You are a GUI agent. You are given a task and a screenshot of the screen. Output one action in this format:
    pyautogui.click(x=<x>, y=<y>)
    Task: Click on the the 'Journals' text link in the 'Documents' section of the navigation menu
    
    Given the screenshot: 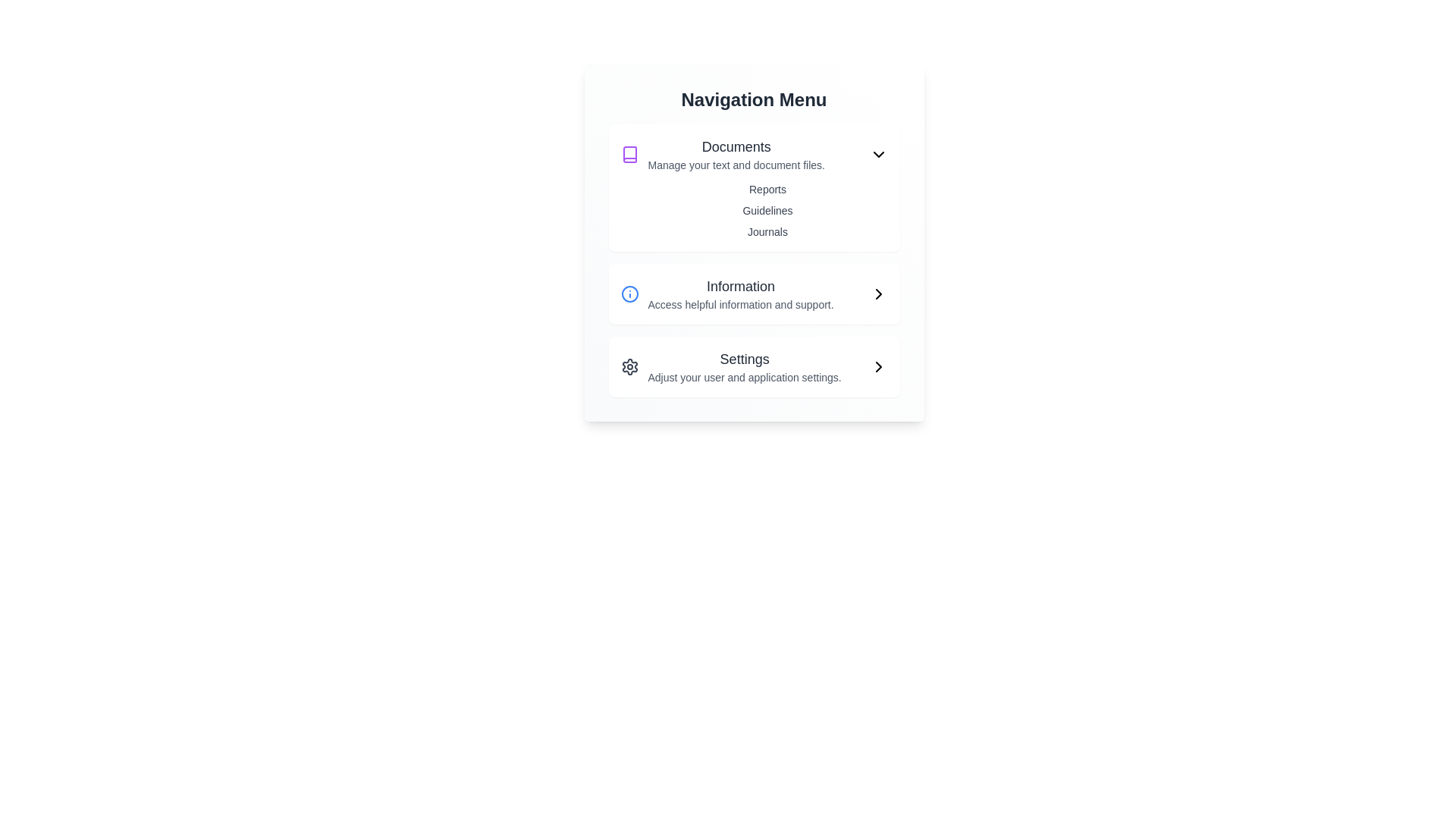 What is the action you would take?
    pyautogui.click(x=754, y=231)
    